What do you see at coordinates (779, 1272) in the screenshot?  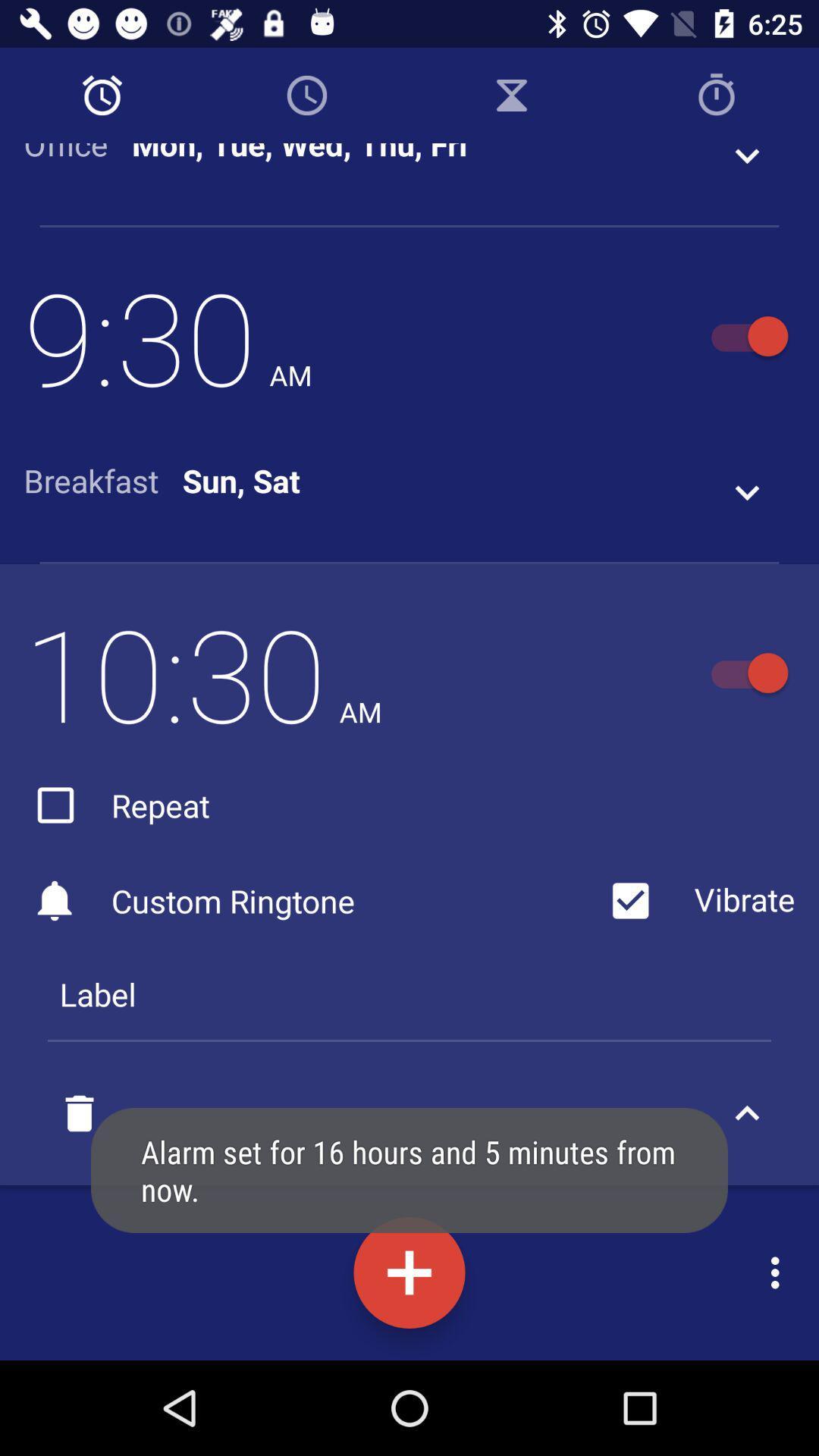 I see `the more icon` at bounding box center [779, 1272].